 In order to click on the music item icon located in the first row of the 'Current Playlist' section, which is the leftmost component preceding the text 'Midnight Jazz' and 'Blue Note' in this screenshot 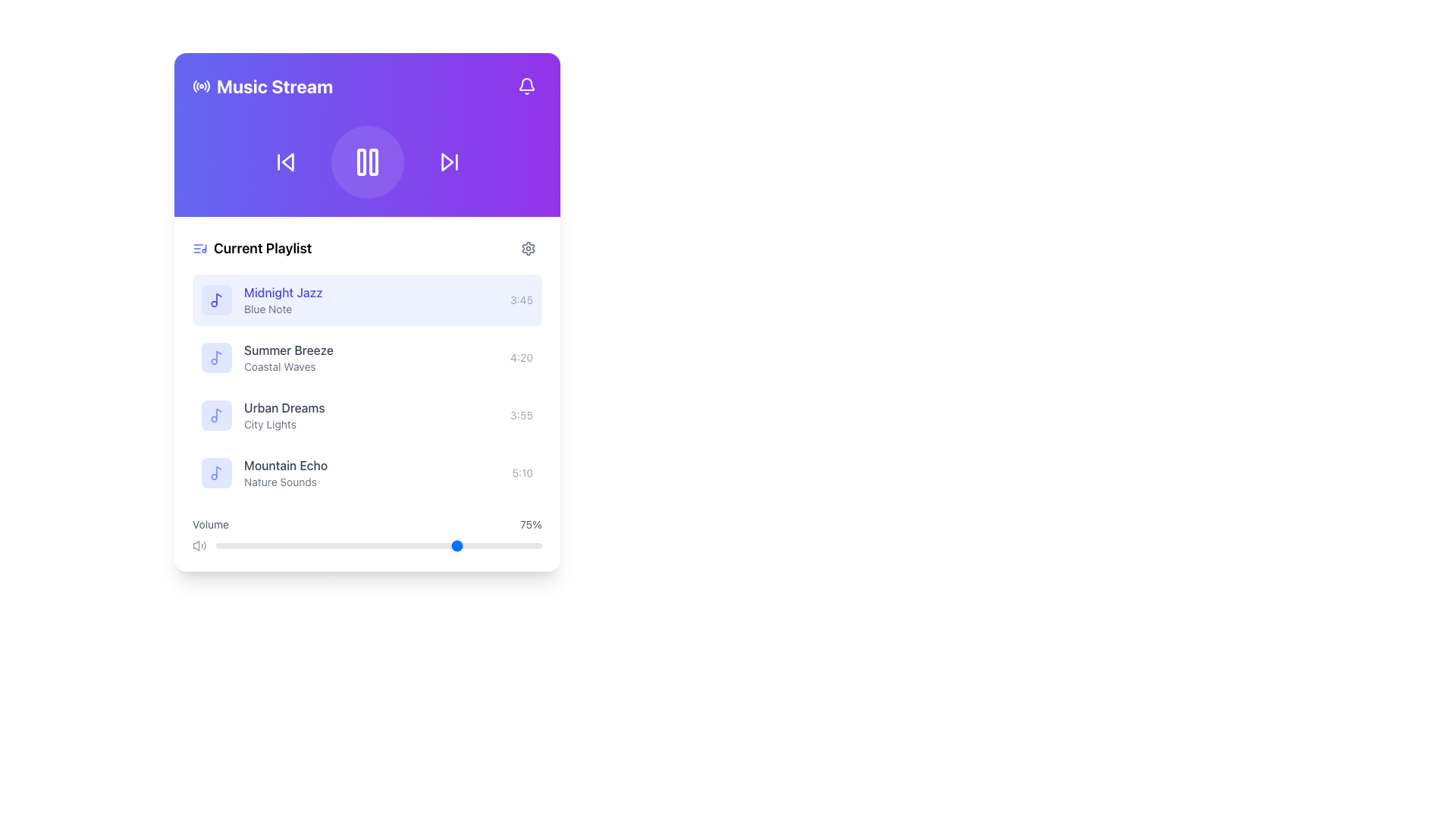, I will do `click(216, 300)`.